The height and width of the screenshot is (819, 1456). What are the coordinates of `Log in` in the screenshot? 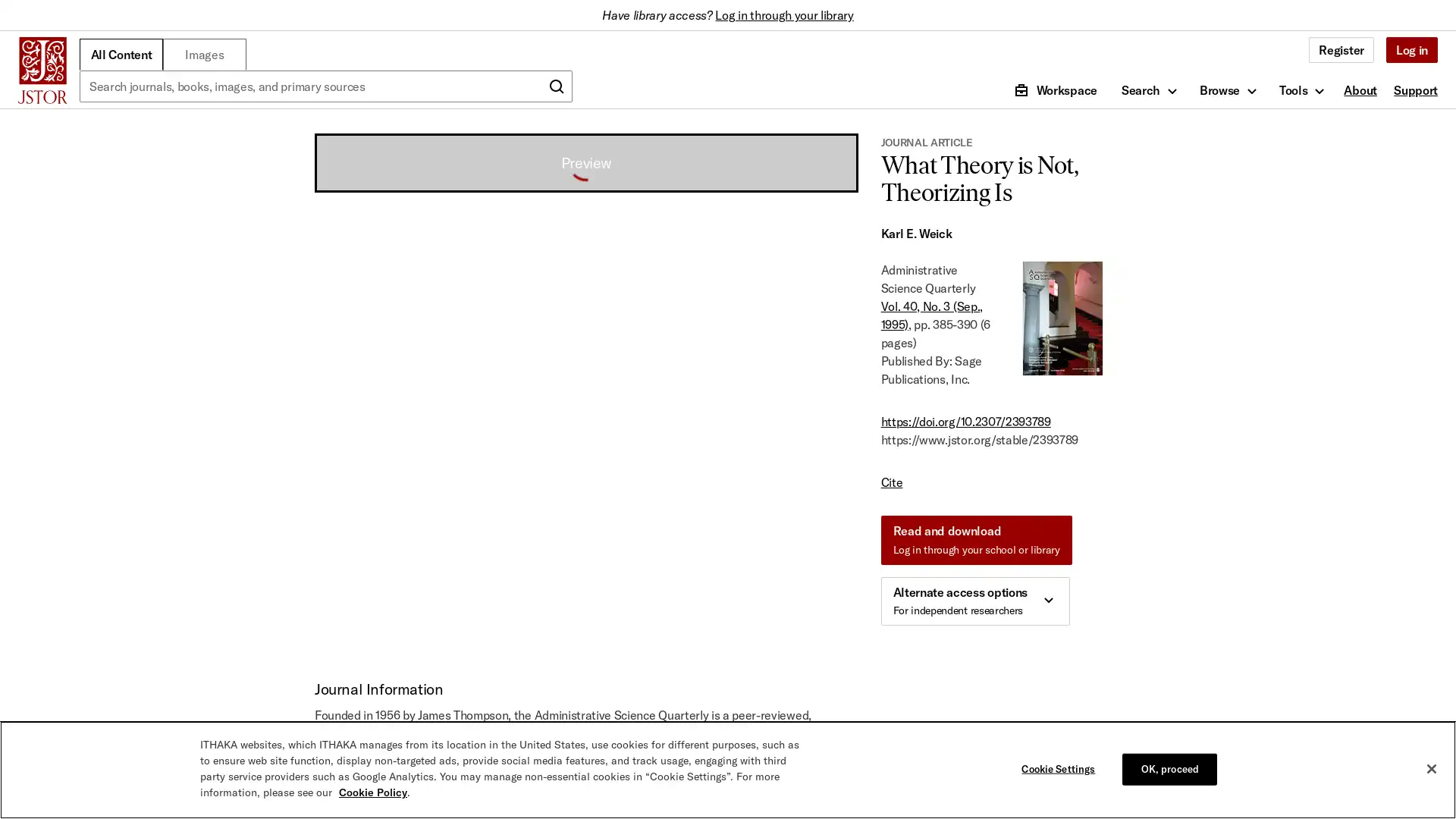 It's located at (1410, 49).